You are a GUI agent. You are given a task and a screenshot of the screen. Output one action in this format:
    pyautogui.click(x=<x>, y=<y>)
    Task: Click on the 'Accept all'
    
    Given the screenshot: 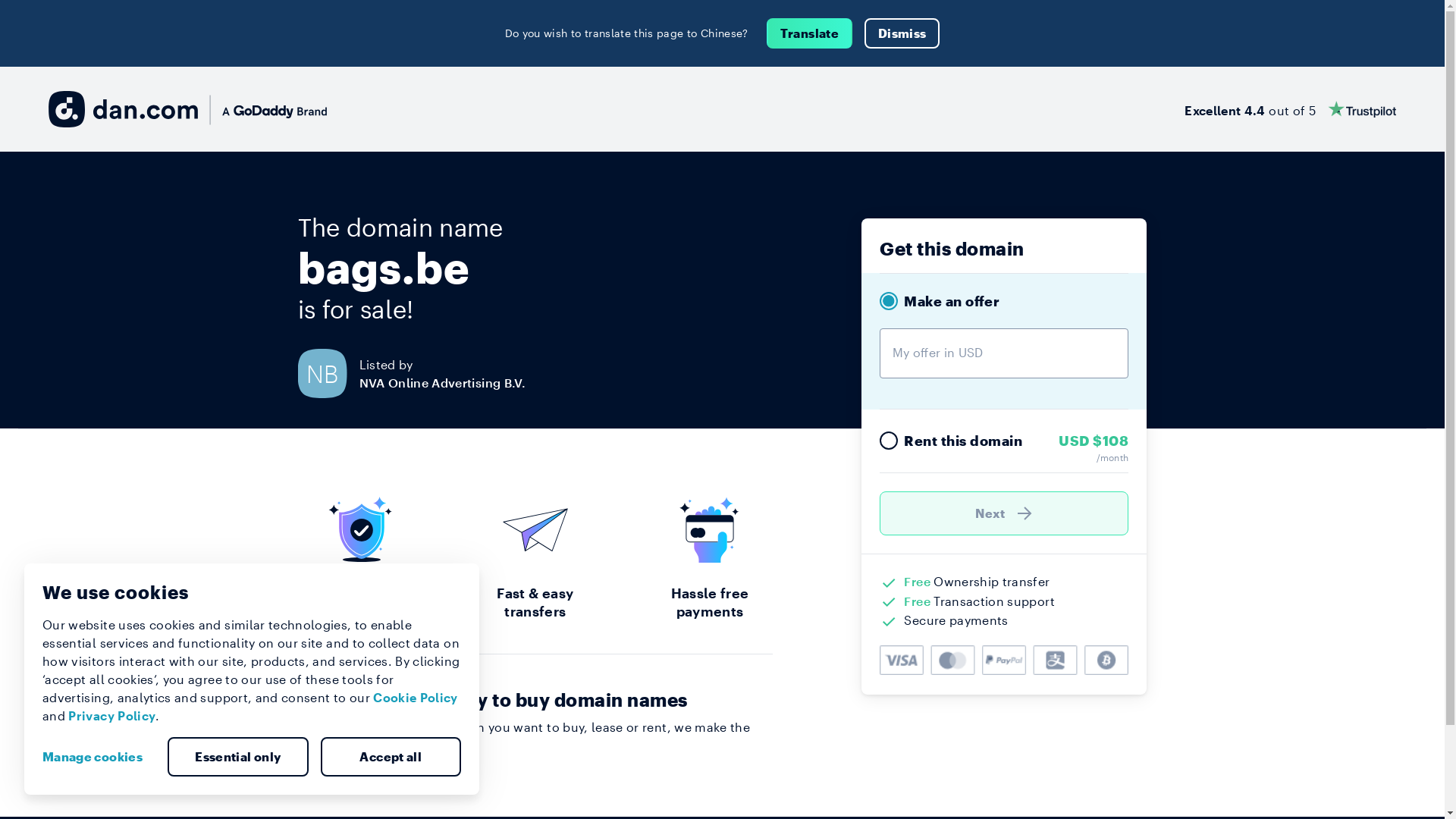 What is the action you would take?
    pyautogui.click(x=319, y=757)
    